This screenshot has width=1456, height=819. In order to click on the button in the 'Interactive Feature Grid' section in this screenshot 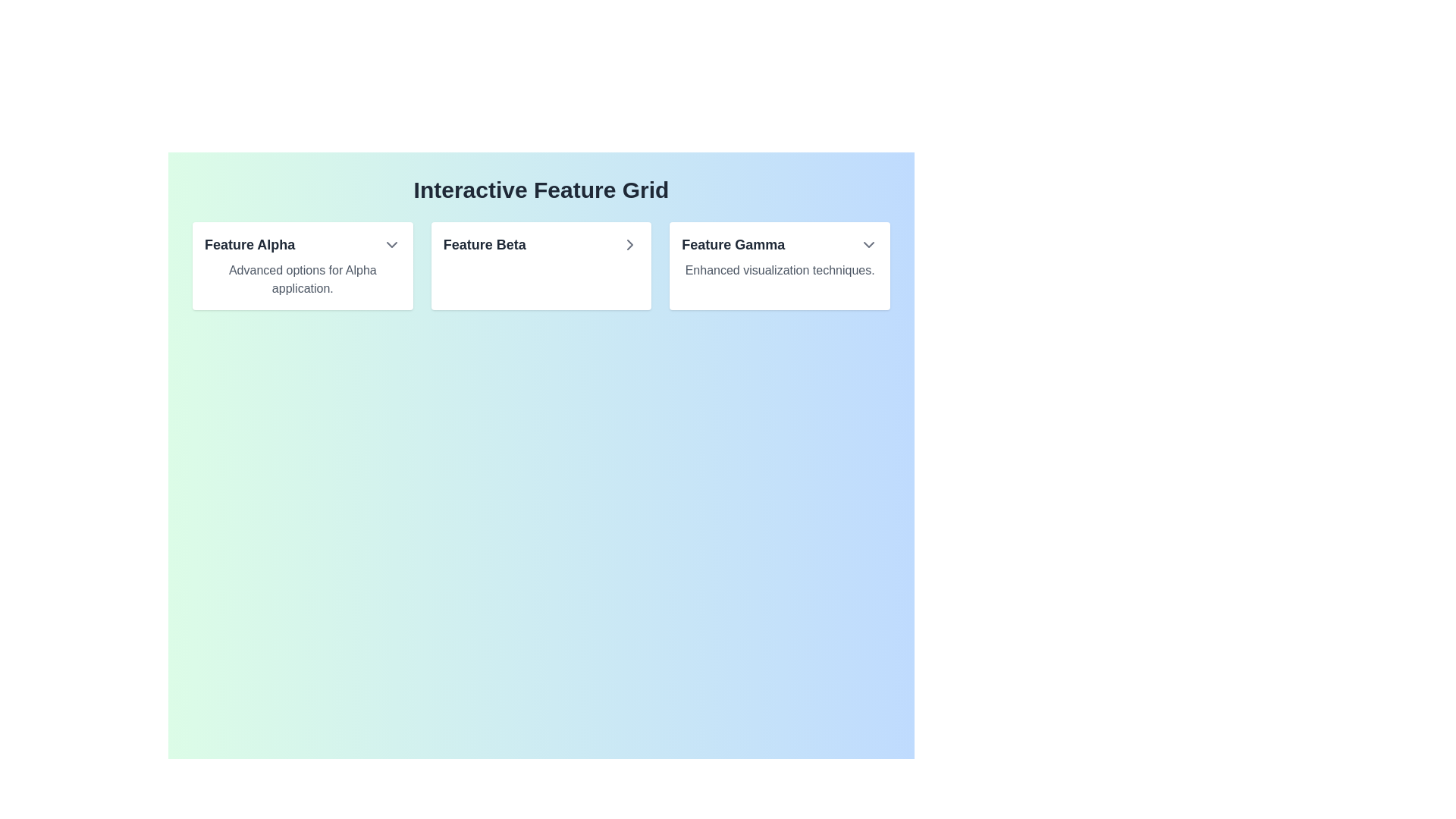, I will do `click(541, 265)`.